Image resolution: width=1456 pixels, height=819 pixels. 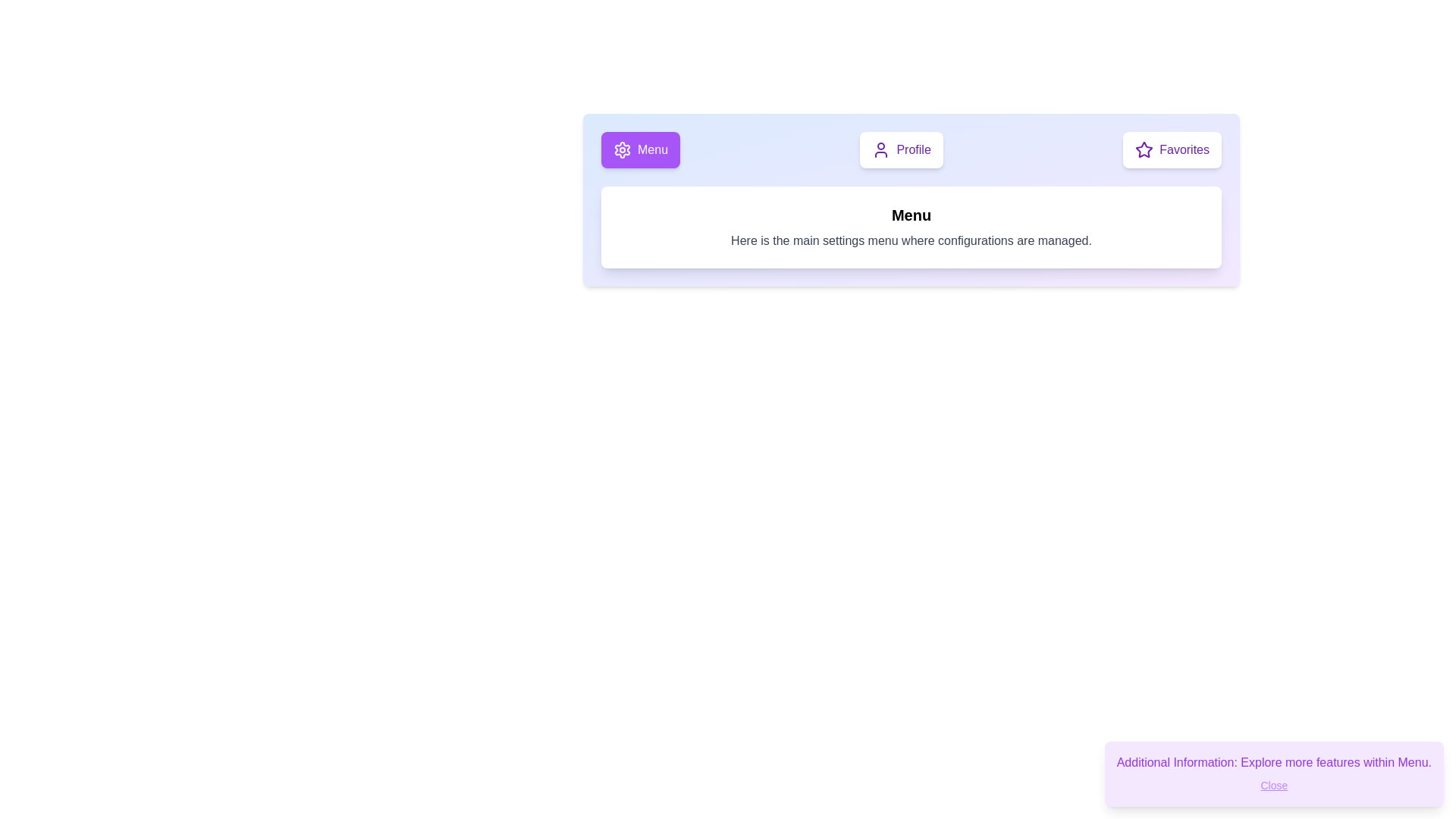 I want to click on the profile icon located inside the 'Profile' button, which is in the center section of a horizontally aligned group of options, so click(x=881, y=149).